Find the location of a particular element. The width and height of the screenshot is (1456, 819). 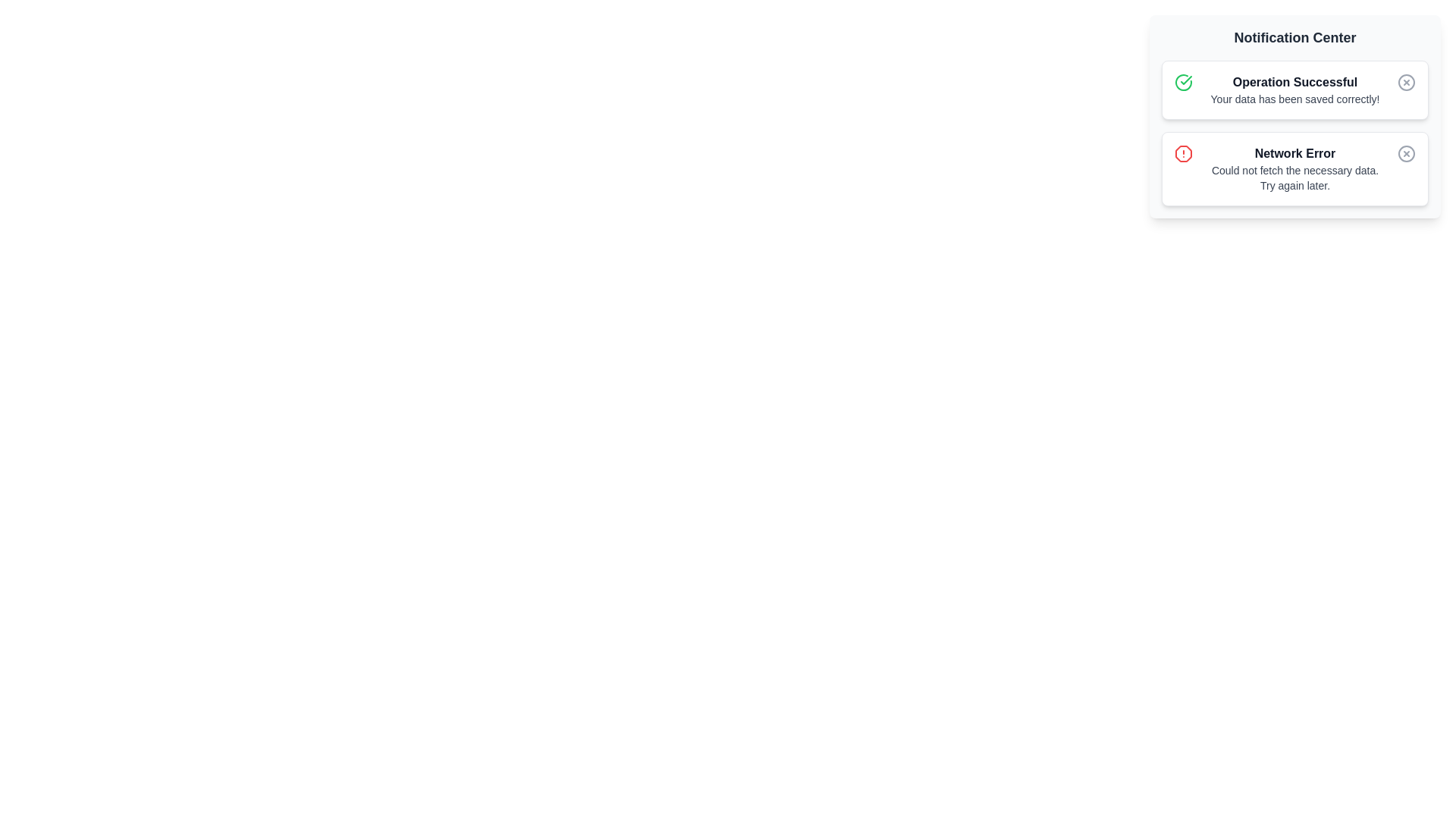

message displayed in the text label located below the 'Network Error' header in the notification card on the right side of the interface is located at coordinates (1294, 177).